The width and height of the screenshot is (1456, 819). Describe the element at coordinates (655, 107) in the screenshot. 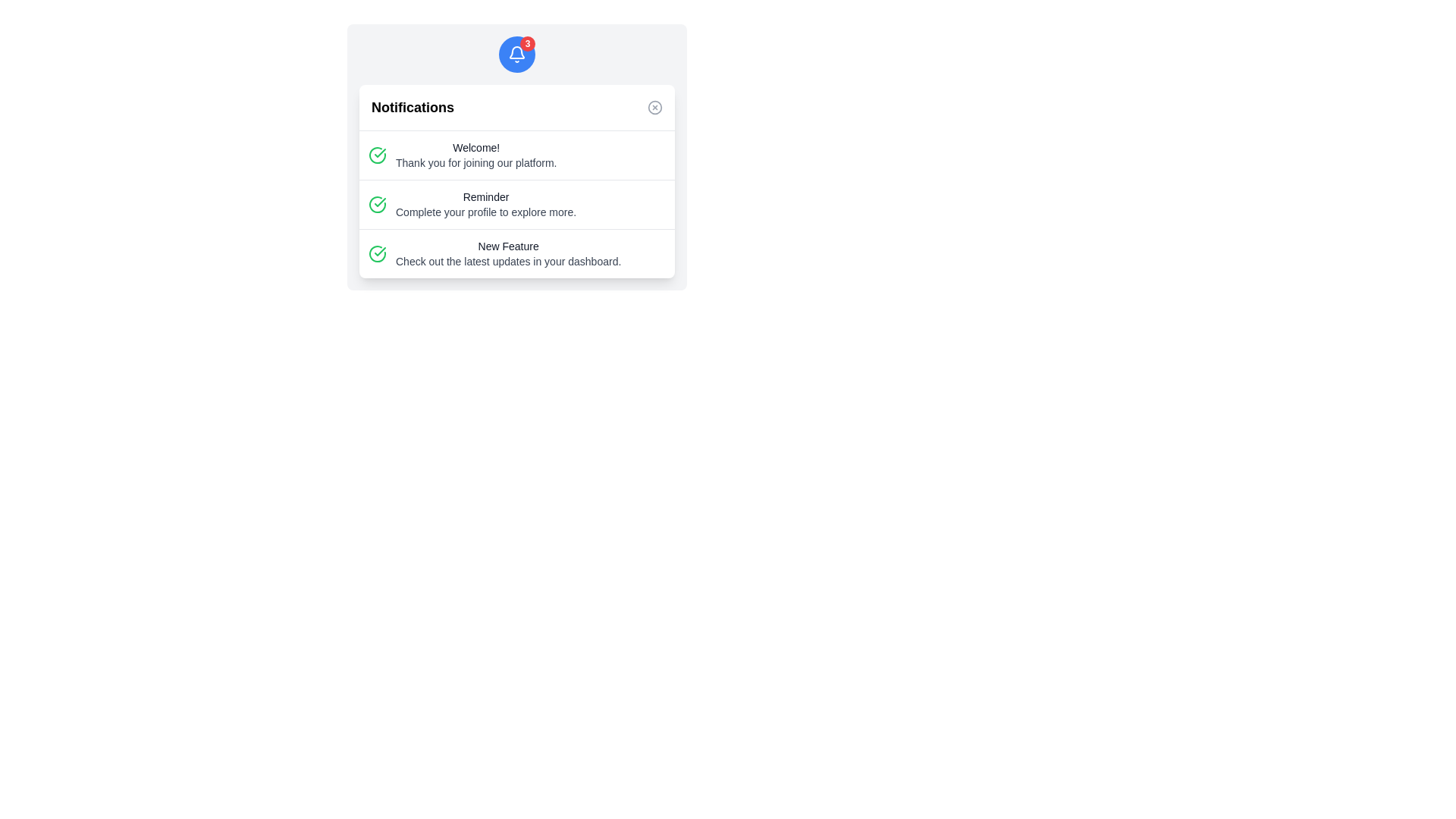

I see `the close button located at the top-right of the Notifications section to possibly see a tooltip` at that location.